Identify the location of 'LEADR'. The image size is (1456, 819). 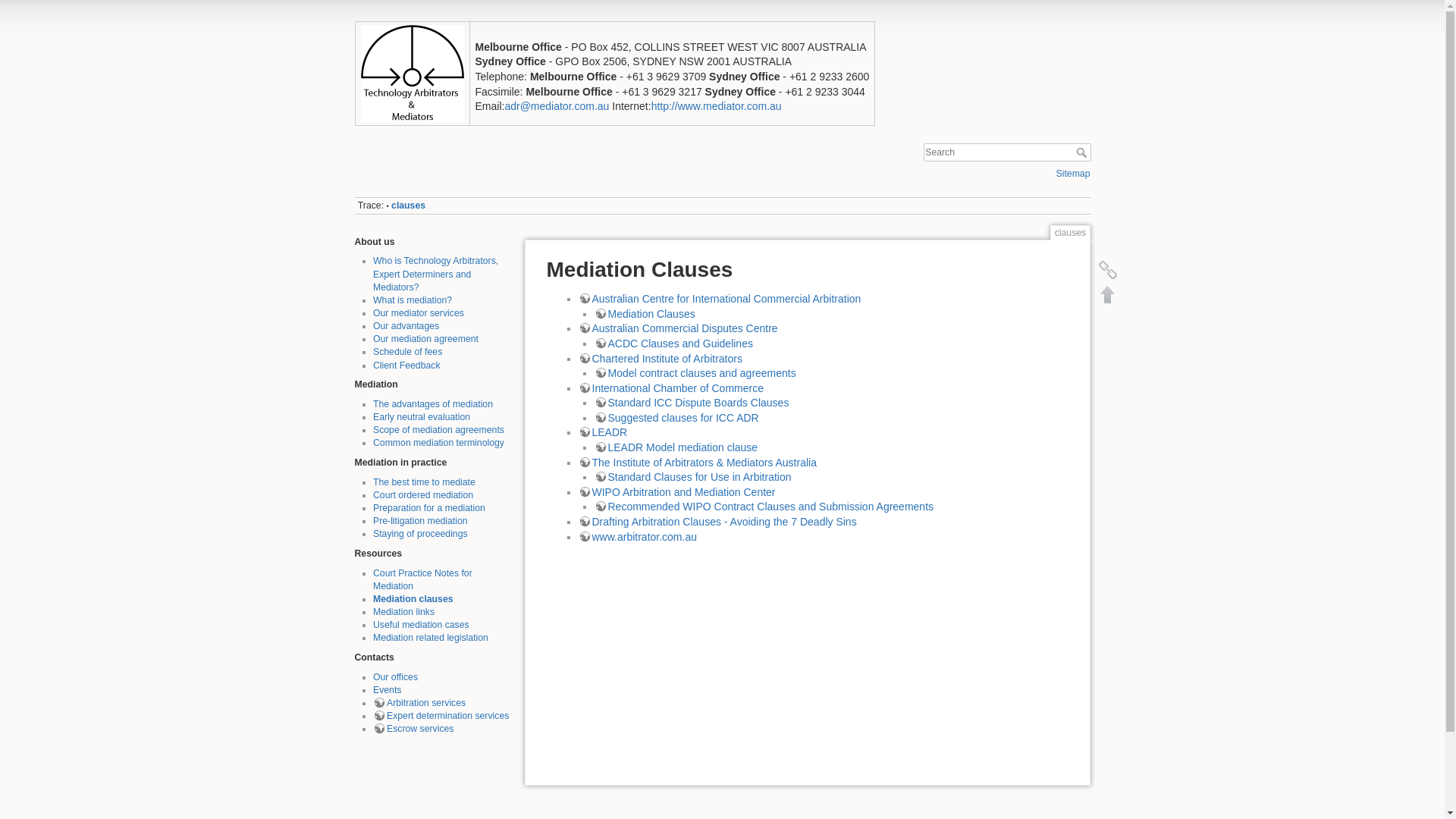
(601, 432).